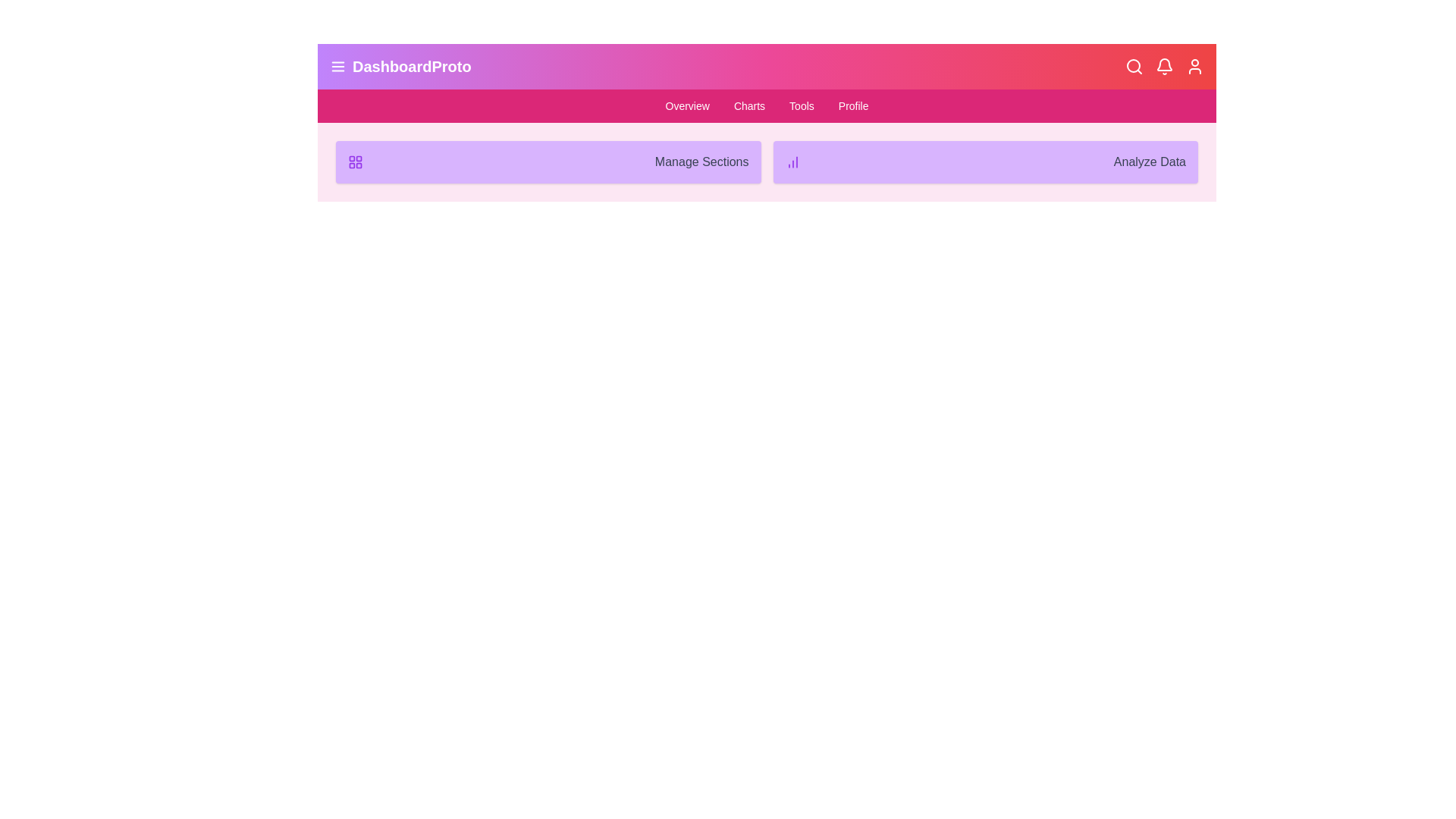 The width and height of the screenshot is (1456, 819). I want to click on the menu item Tools to navigate to the corresponding section, so click(801, 105).